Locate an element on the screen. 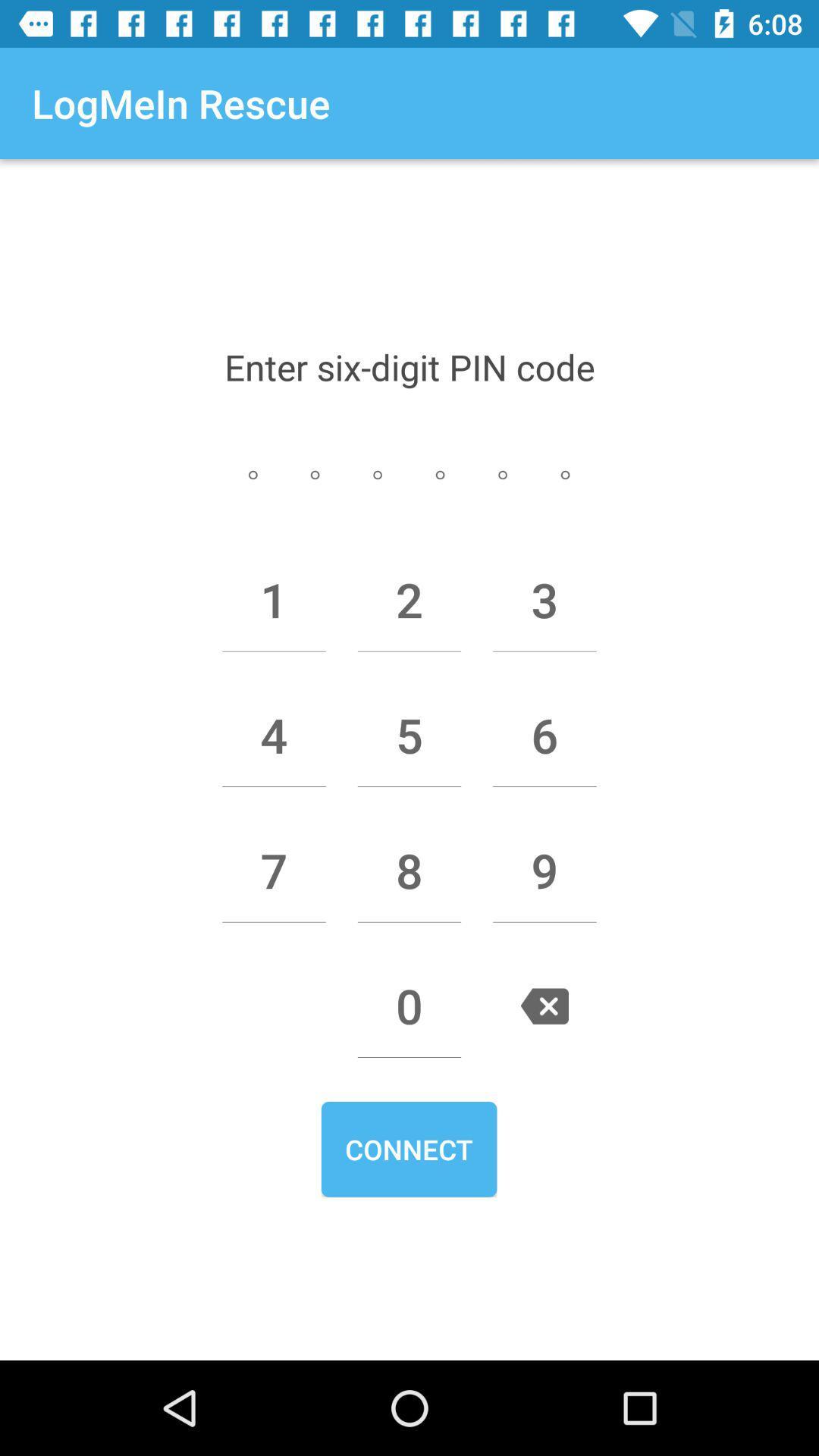 Image resolution: width=819 pixels, height=1456 pixels. item to the left of the 6 item is located at coordinates (409, 735).